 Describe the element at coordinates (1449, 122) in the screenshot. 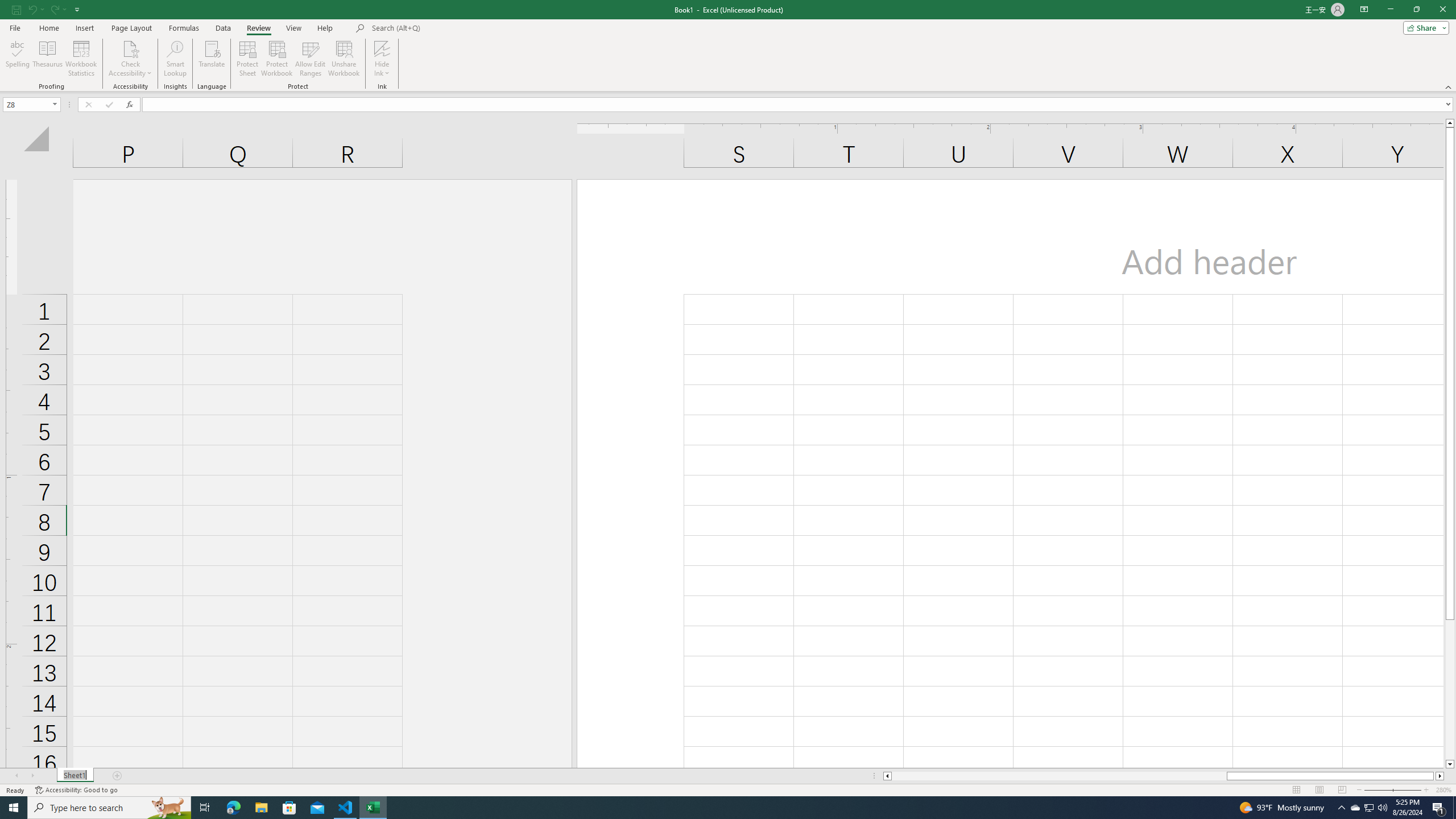

I see `'Line up'` at that location.